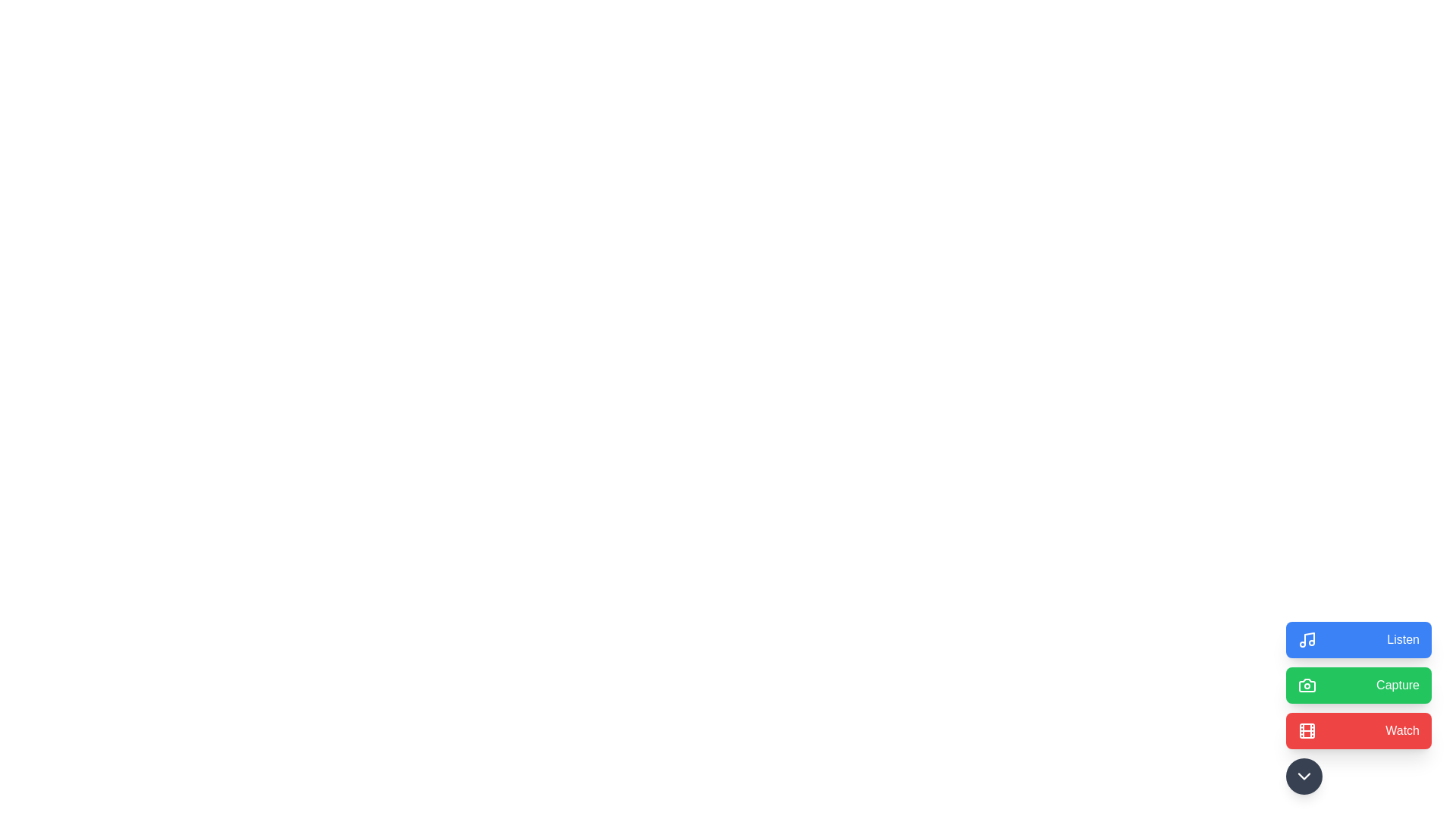 The image size is (1456, 819). What do you see at coordinates (1358, 640) in the screenshot?
I see `the 'Listen' button to trigger its functionality` at bounding box center [1358, 640].